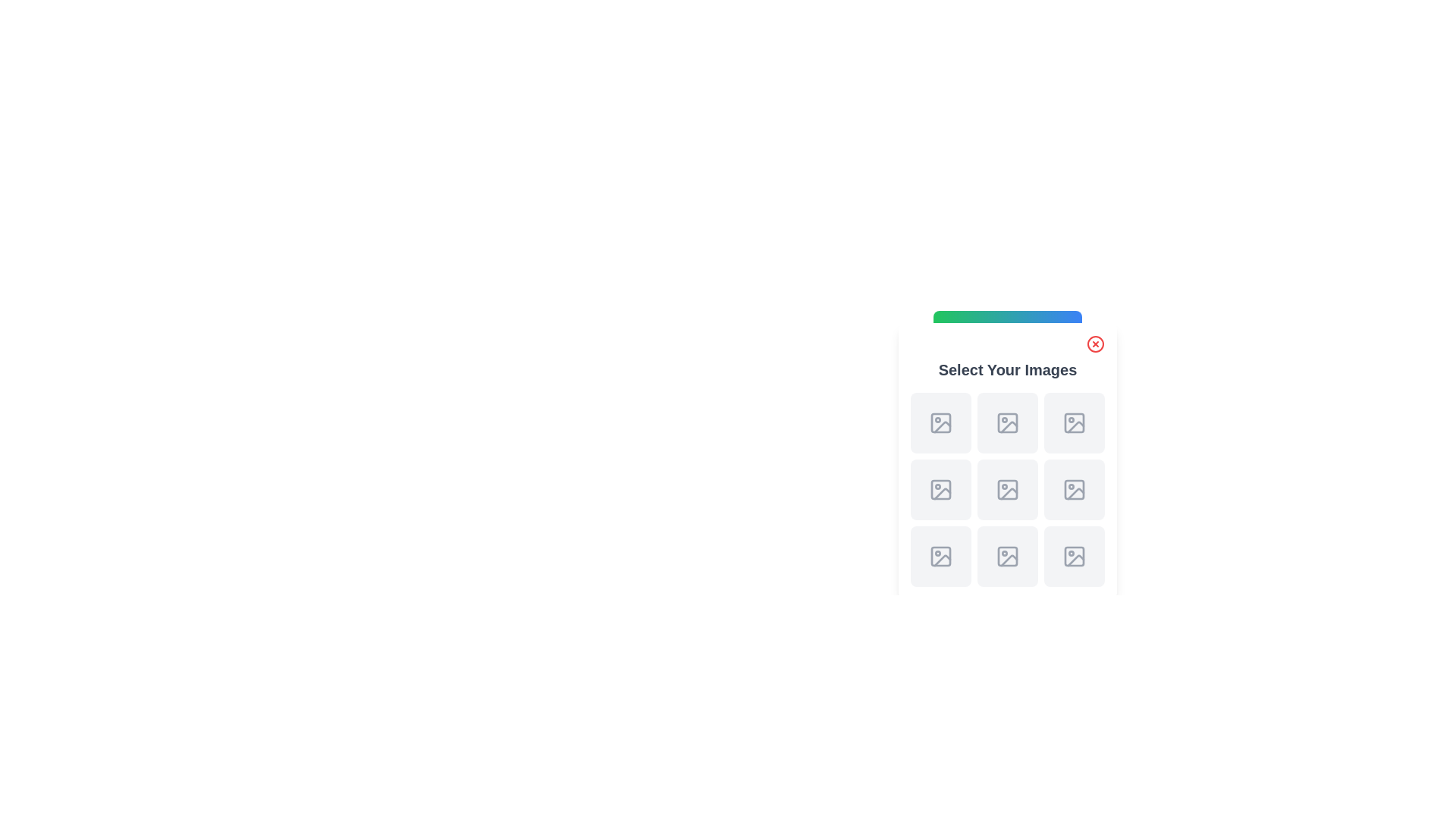 The width and height of the screenshot is (1456, 819). I want to click on the Icon Placeholder located in the second row, second column of a 3x3 grid layout, so click(940, 489).